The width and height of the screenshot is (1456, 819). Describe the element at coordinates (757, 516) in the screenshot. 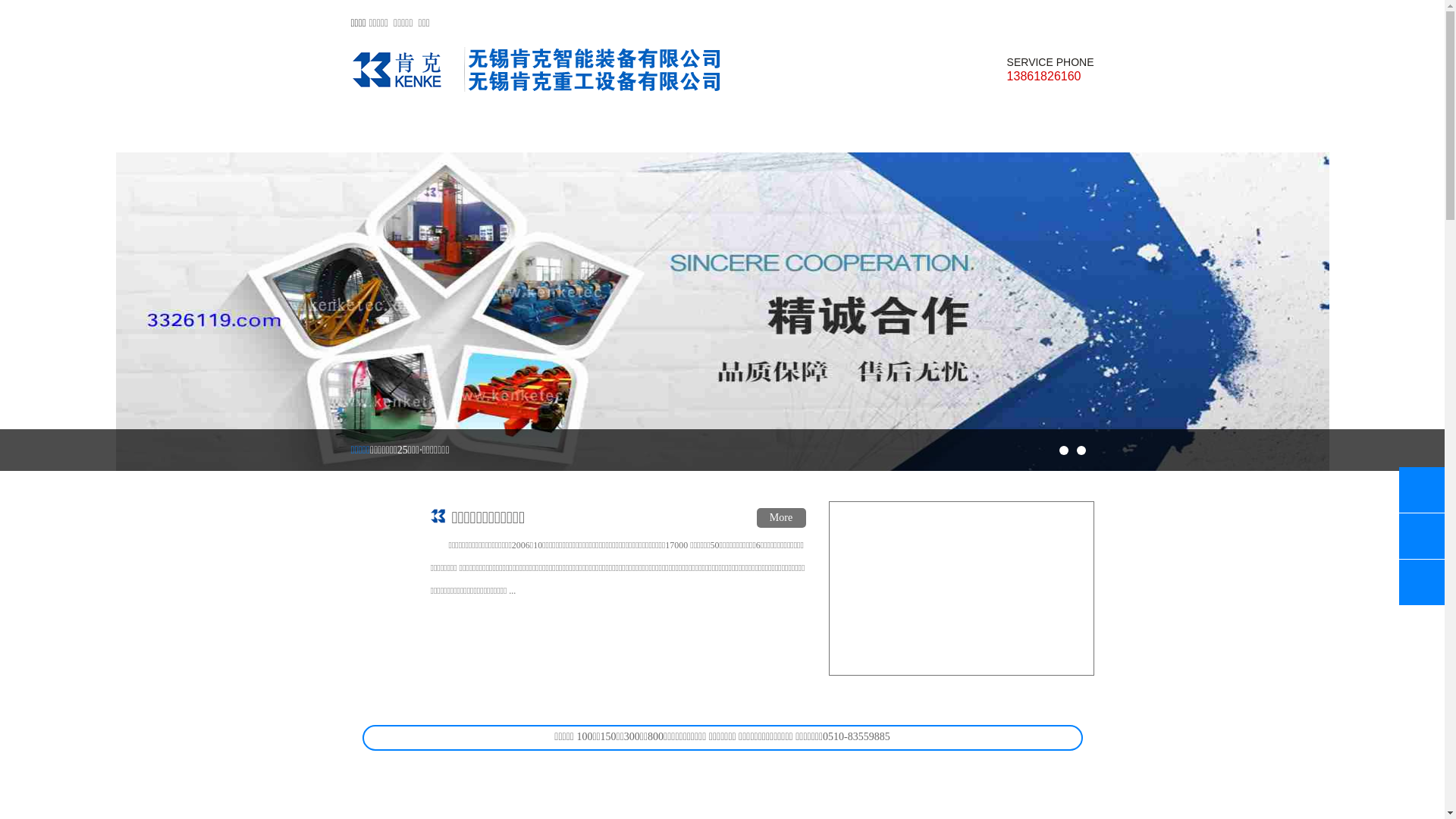

I see `'More'` at that location.